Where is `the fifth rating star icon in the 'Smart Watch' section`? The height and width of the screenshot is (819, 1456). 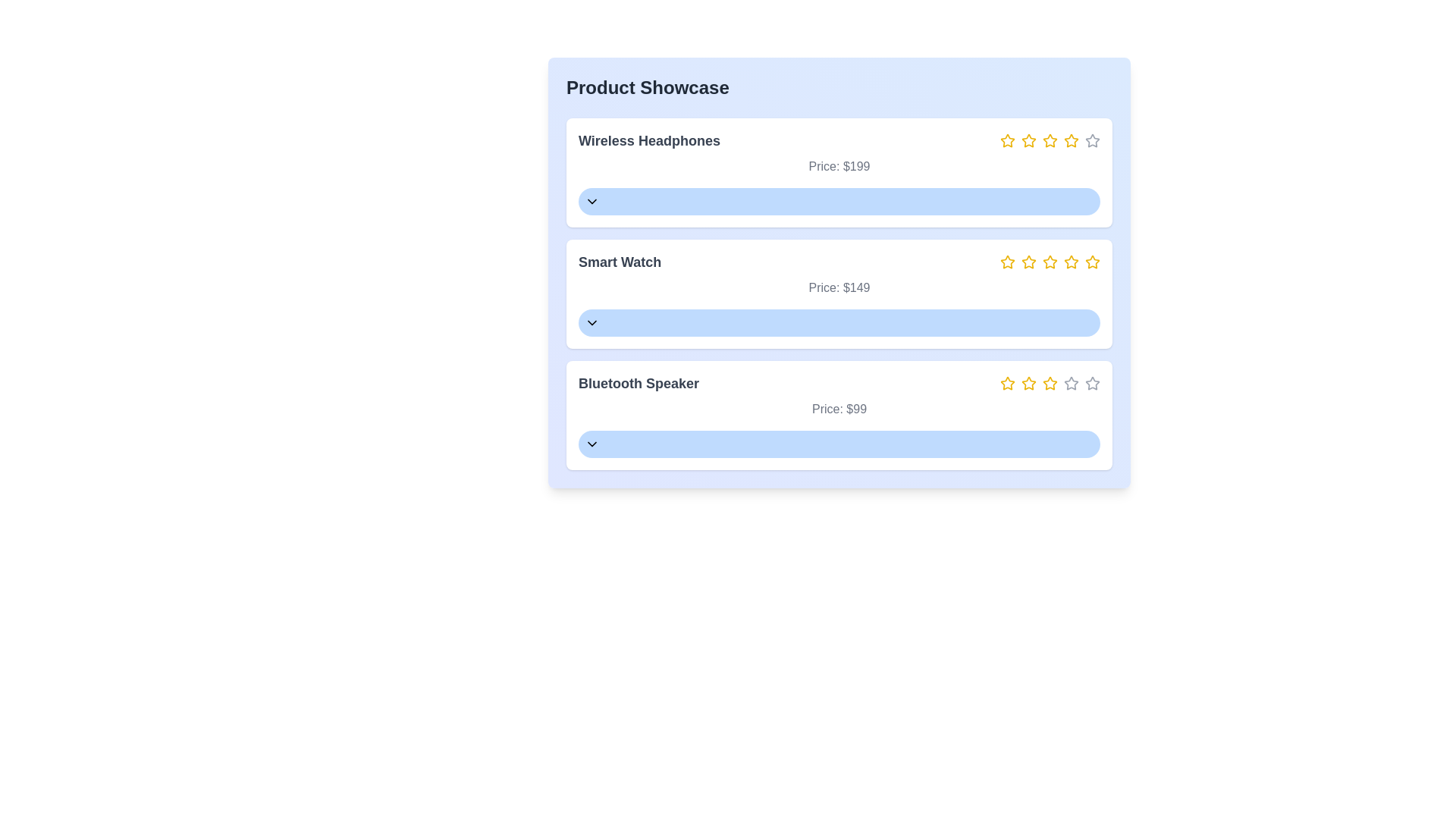
the fifth rating star icon in the 'Smart Watch' section is located at coordinates (1092, 261).